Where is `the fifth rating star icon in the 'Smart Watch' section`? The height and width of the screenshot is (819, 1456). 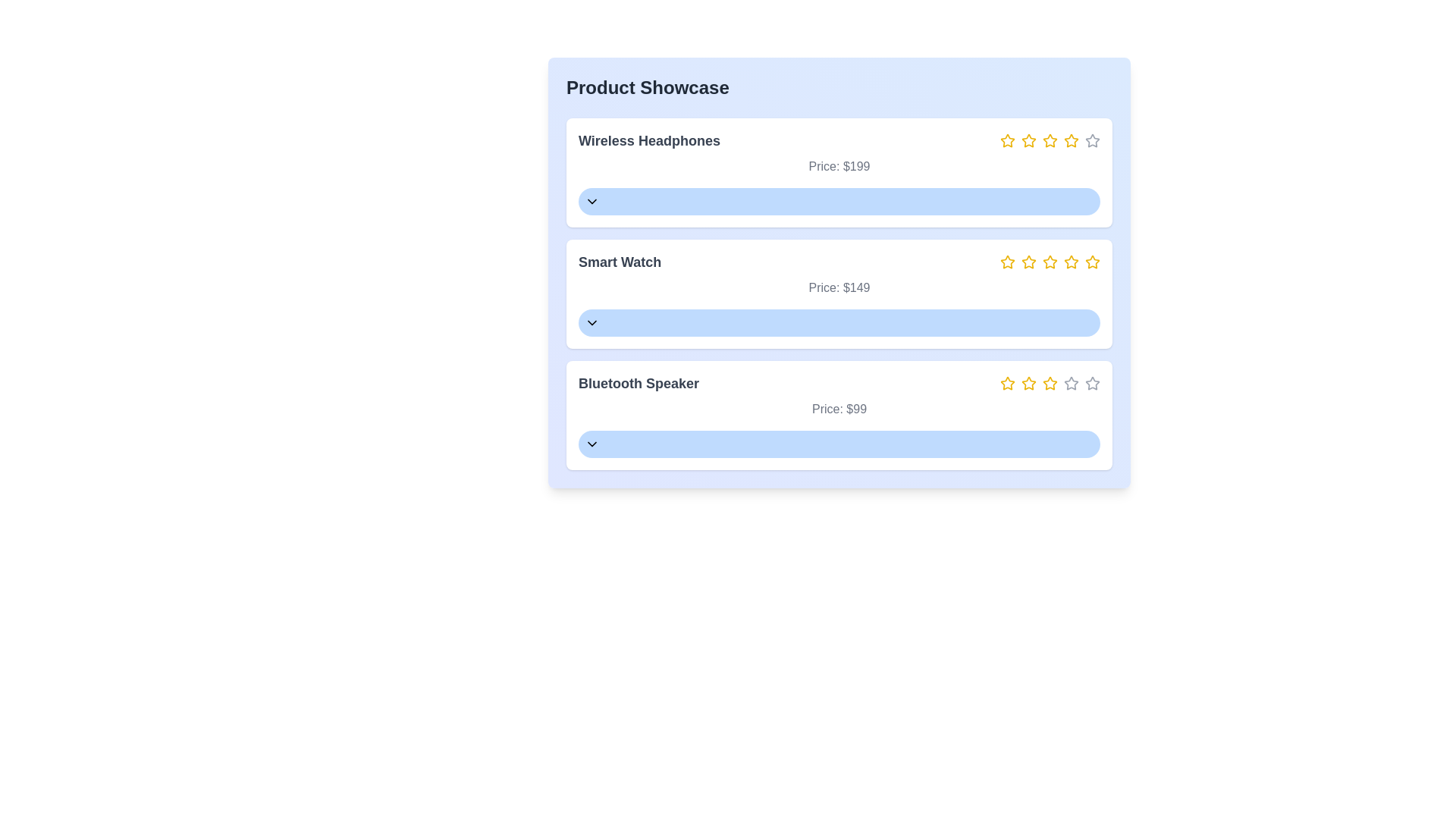
the fifth rating star icon in the 'Smart Watch' section is located at coordinates (1092, 261).